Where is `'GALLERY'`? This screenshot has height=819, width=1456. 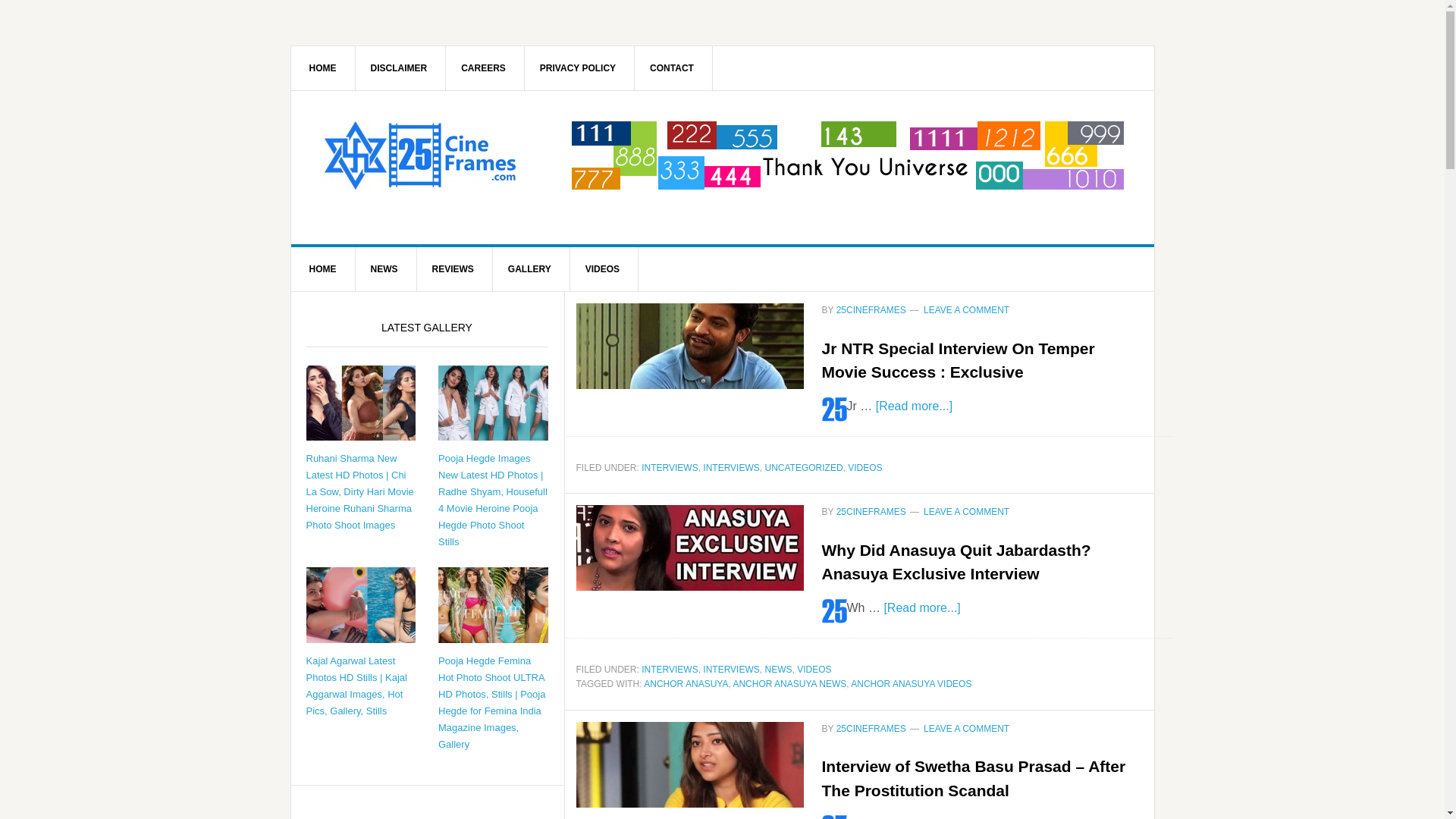
'GALLERY' is located at coordinates (490, 268).